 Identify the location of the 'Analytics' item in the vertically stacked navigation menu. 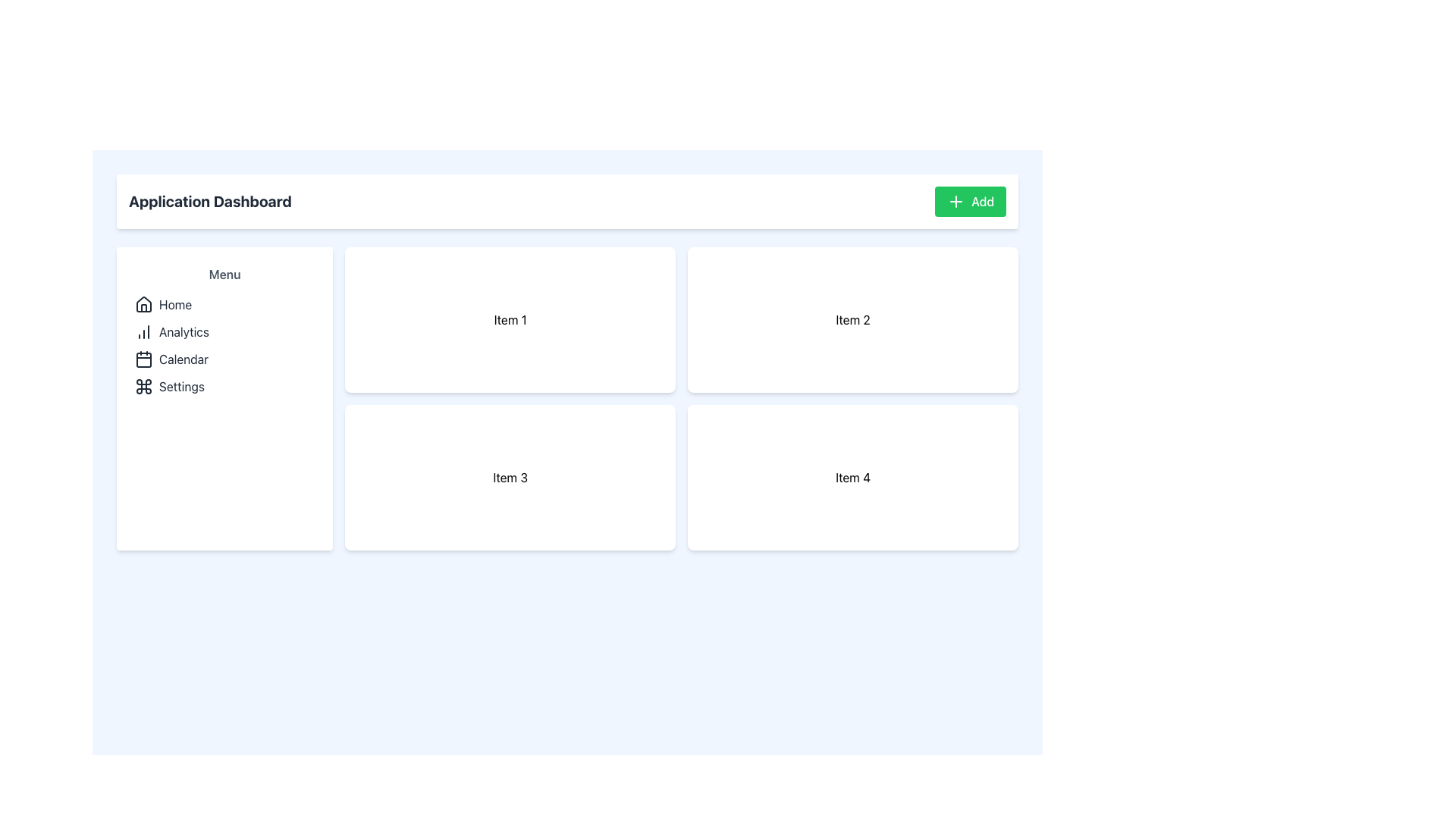
(224, 345).